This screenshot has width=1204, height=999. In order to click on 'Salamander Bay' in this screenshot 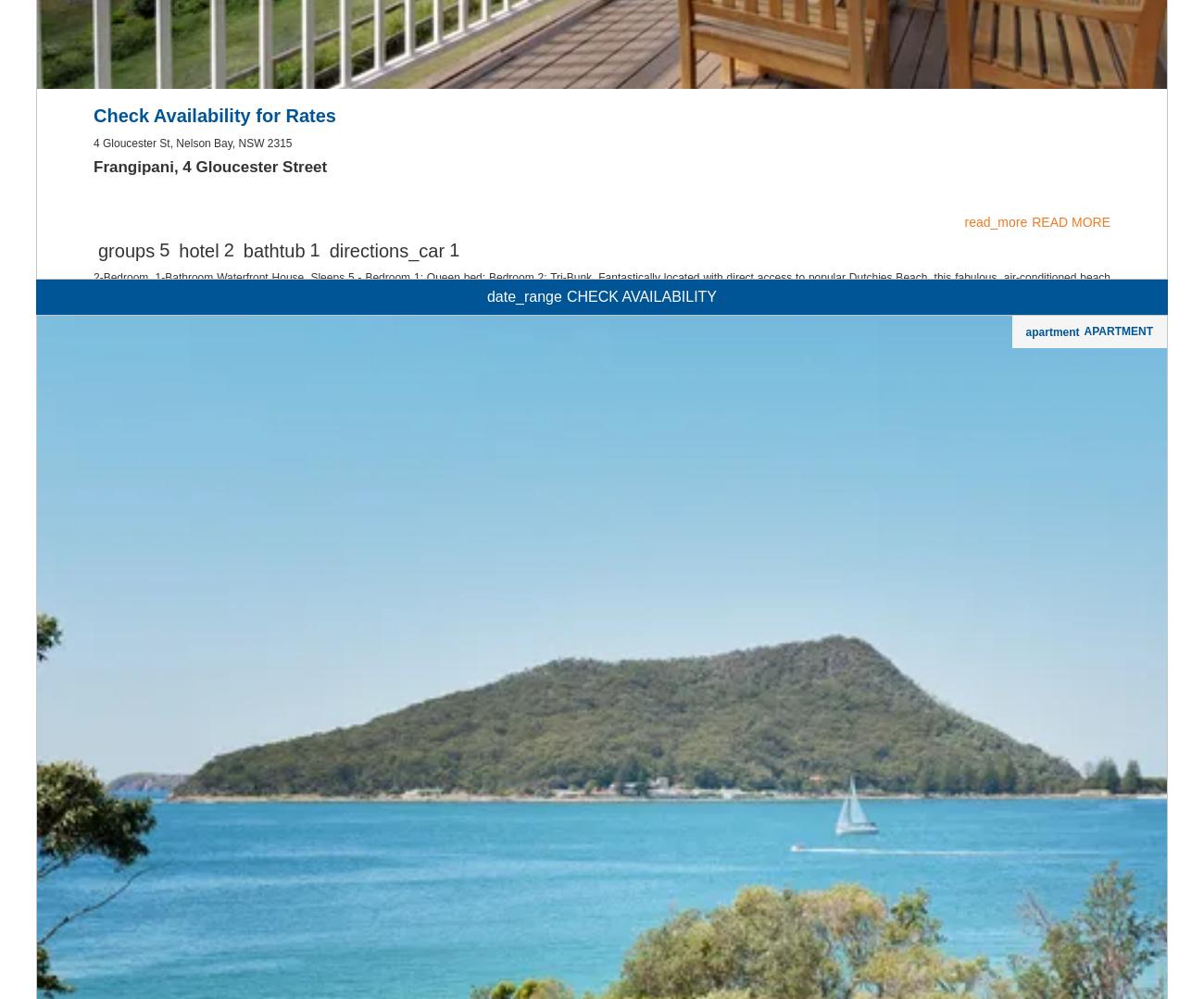, I will do `click(107, 459)`.